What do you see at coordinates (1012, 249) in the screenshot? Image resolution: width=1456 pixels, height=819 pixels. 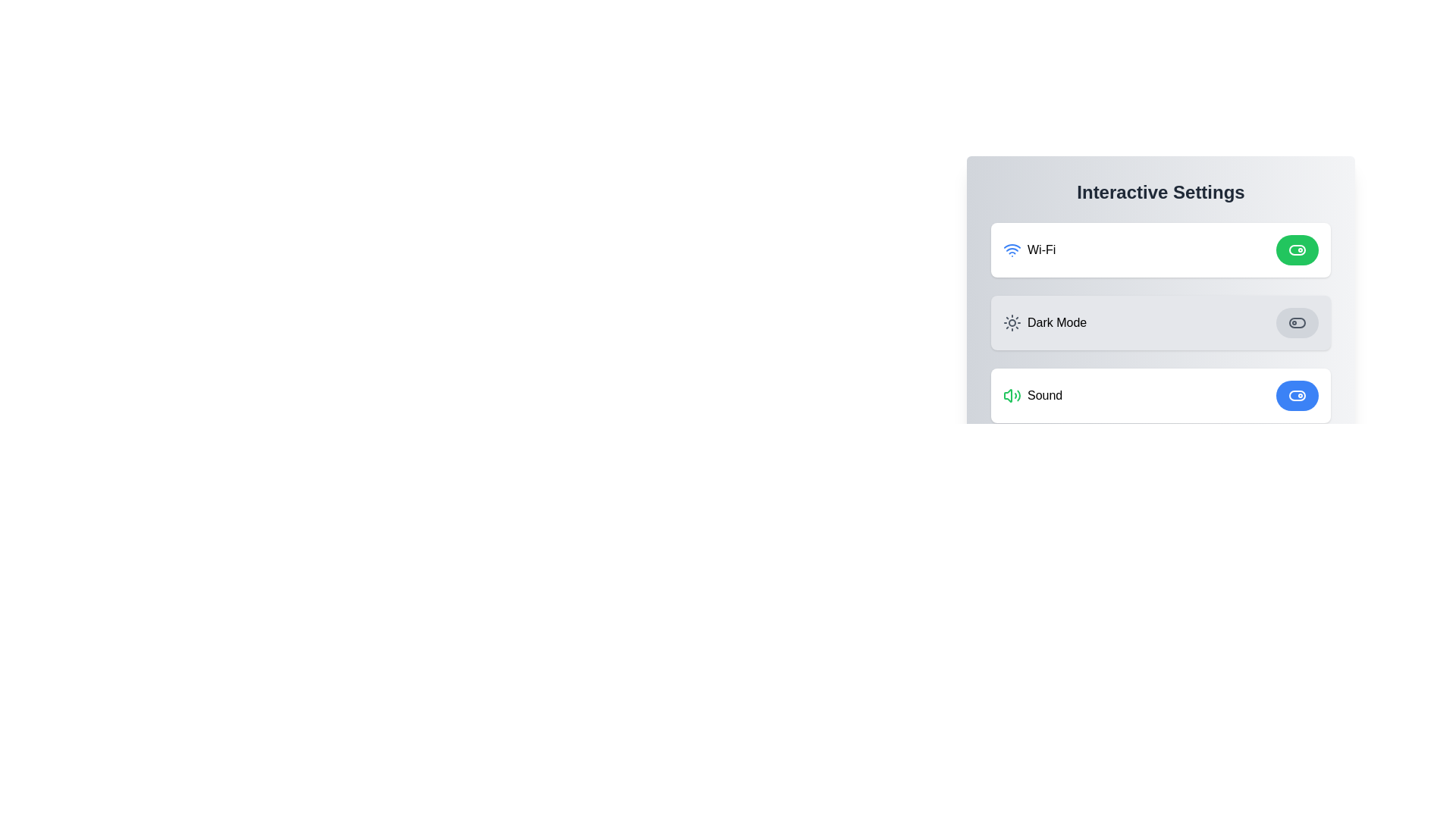 I see `the Wi-Fi settings icon, which is located in the top row of the interactive settings panel, to the left of the 'Wi-Fi' text` at bounding box center [1012, 249].